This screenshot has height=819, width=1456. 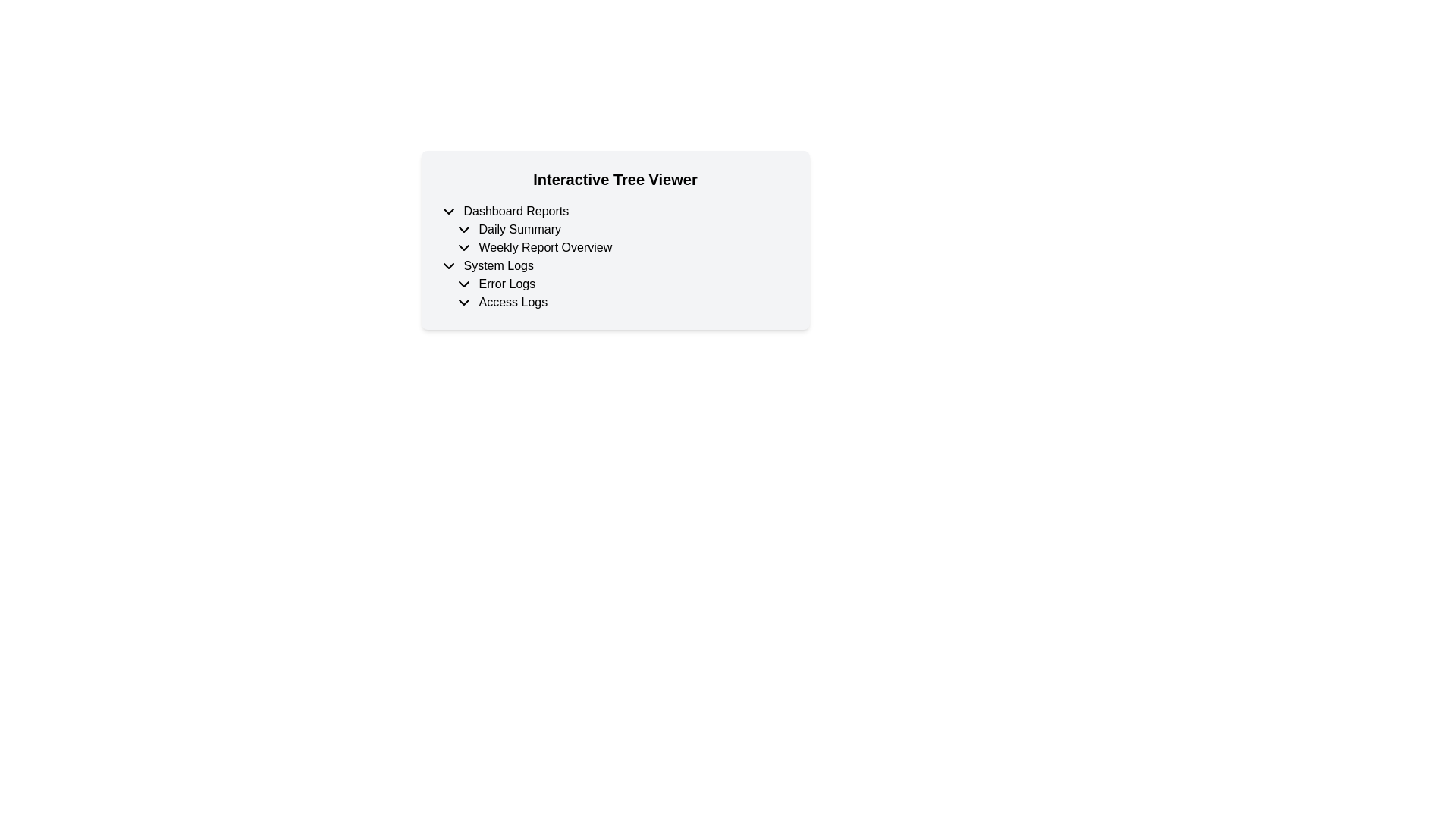 What do you see at coordinates (615, 230) in the screenshot?
I see `the second item in the expandable tree under 'Dashboard Reports'` at bounding box center [615, 230].